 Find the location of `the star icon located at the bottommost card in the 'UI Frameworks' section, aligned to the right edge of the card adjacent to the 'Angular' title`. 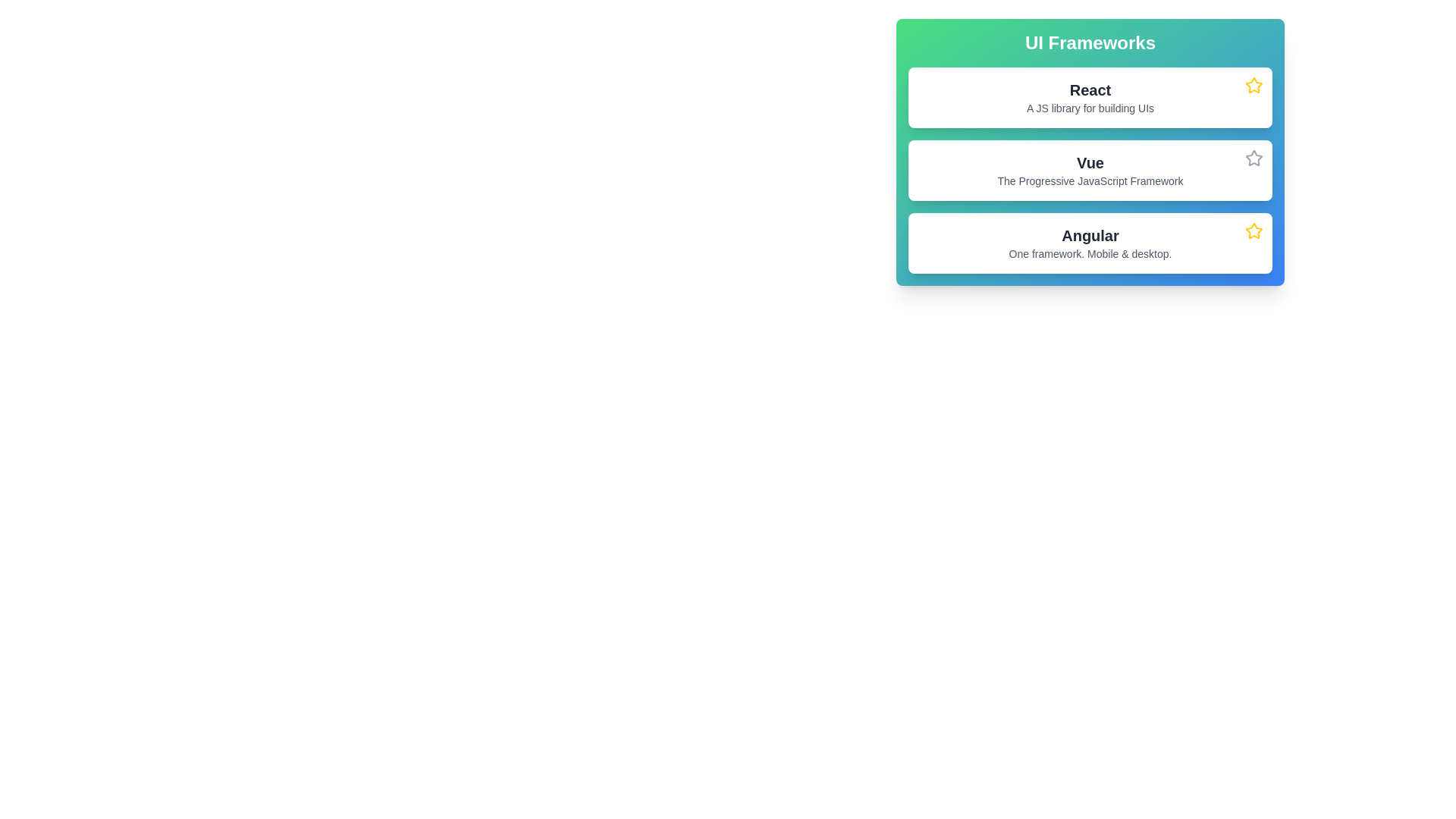

the star icon located at the bottommost card in the 'UI Frameworks' section, aligned to the right edge of the card adjacent to the 'Angular' title is located at coordinates (1253, 231).